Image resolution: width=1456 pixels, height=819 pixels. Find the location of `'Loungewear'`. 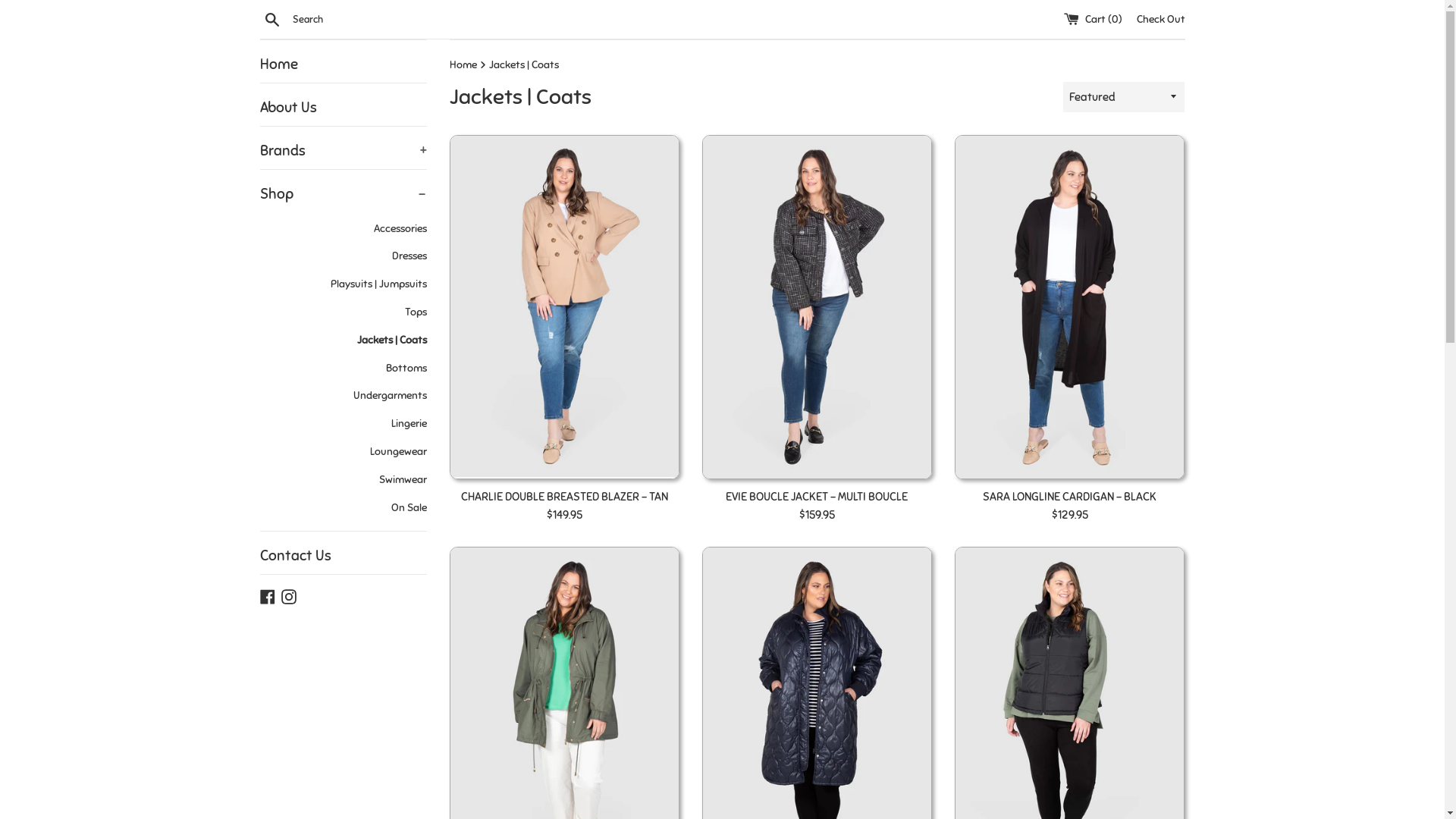

'Loungewear' is located at coordinates (259, 451).